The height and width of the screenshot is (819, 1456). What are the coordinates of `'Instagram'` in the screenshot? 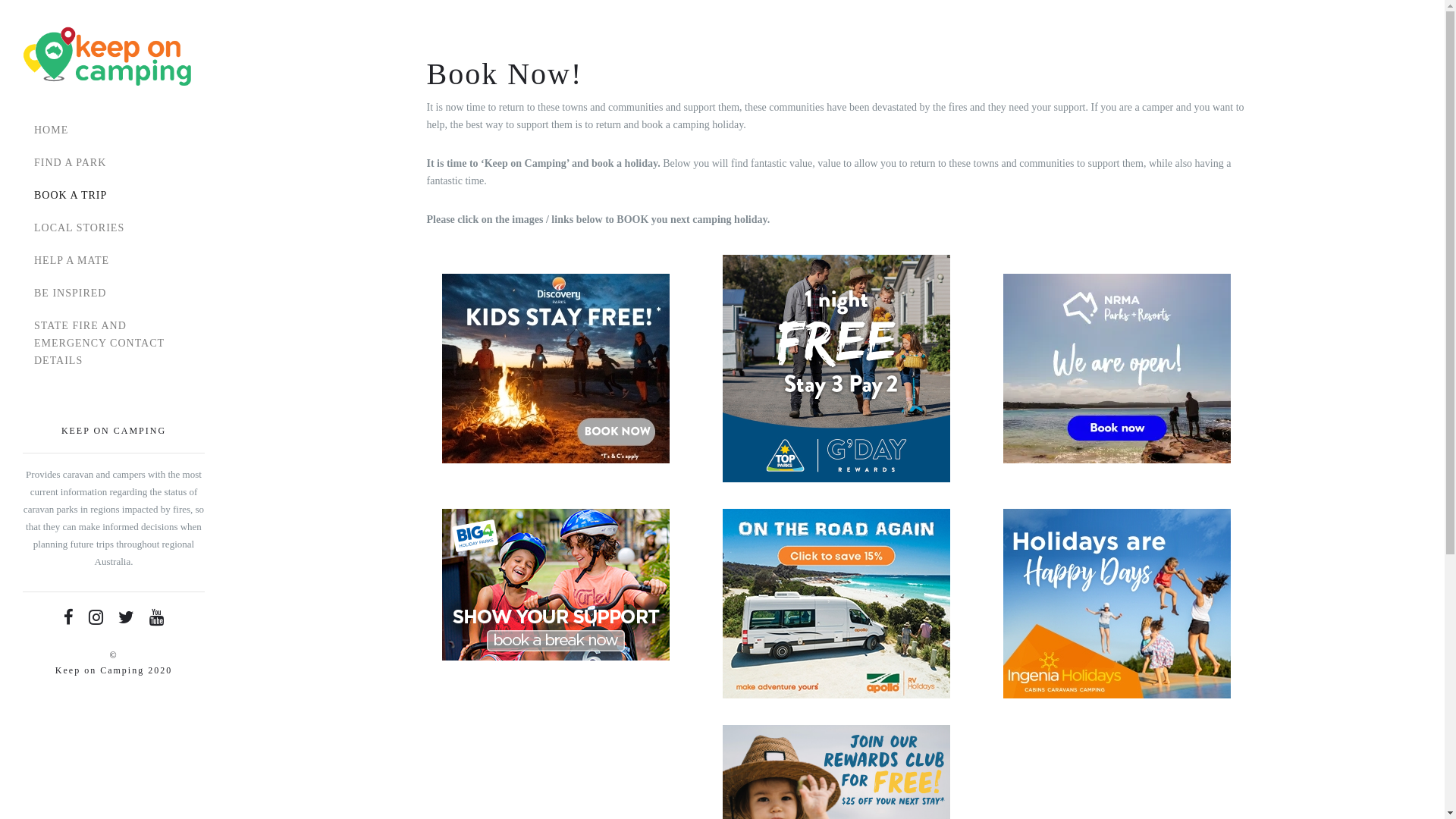 It's located at (94, 617).